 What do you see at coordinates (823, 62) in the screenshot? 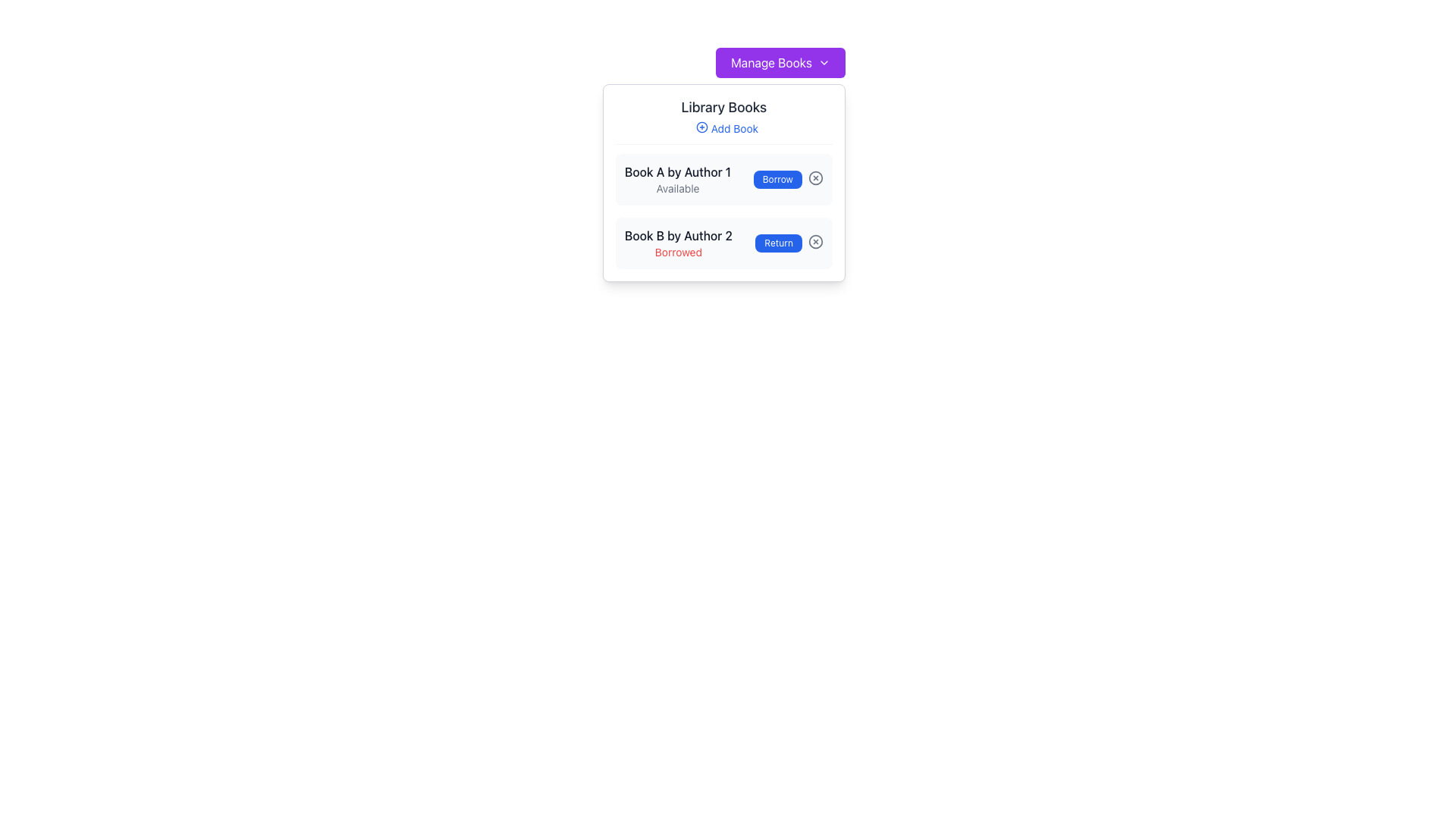
I see `the icon located to the right of the 'Manage Books' button to receive visual feedback` at bounding box center [823, 62].